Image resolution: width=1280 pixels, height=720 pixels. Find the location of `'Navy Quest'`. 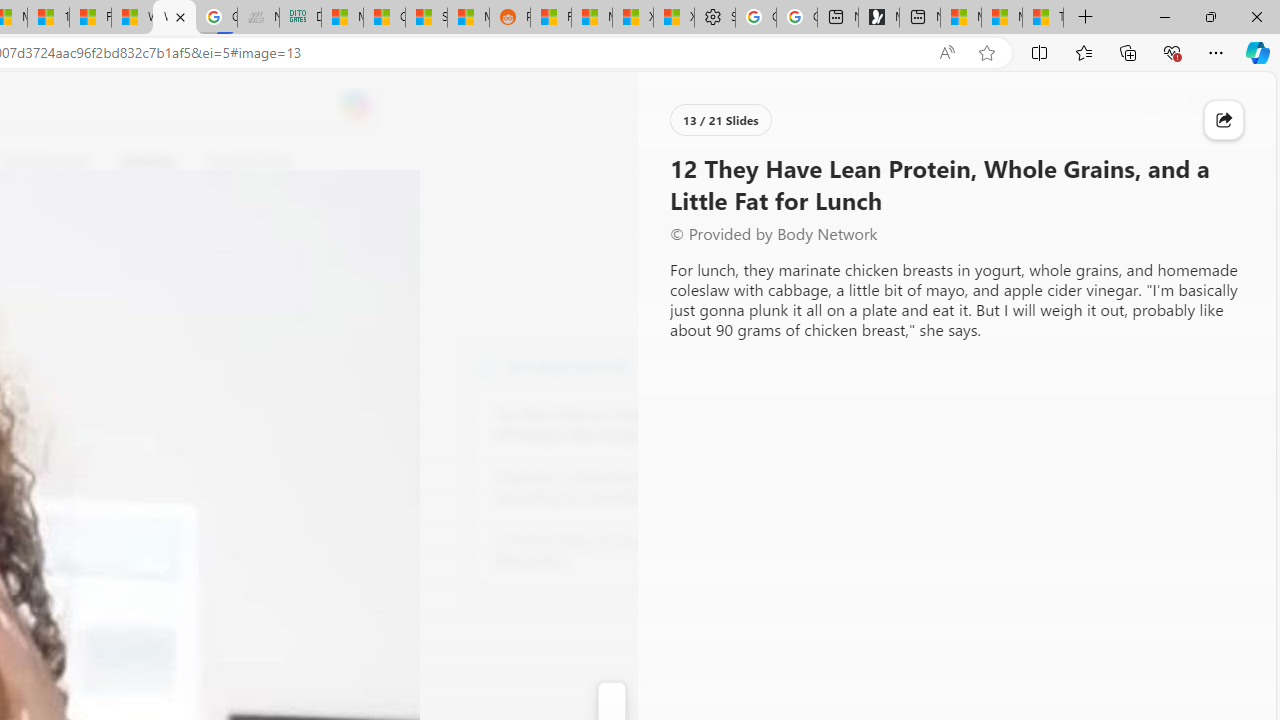

'Navy Quest' is located at coordinates (257, 17).